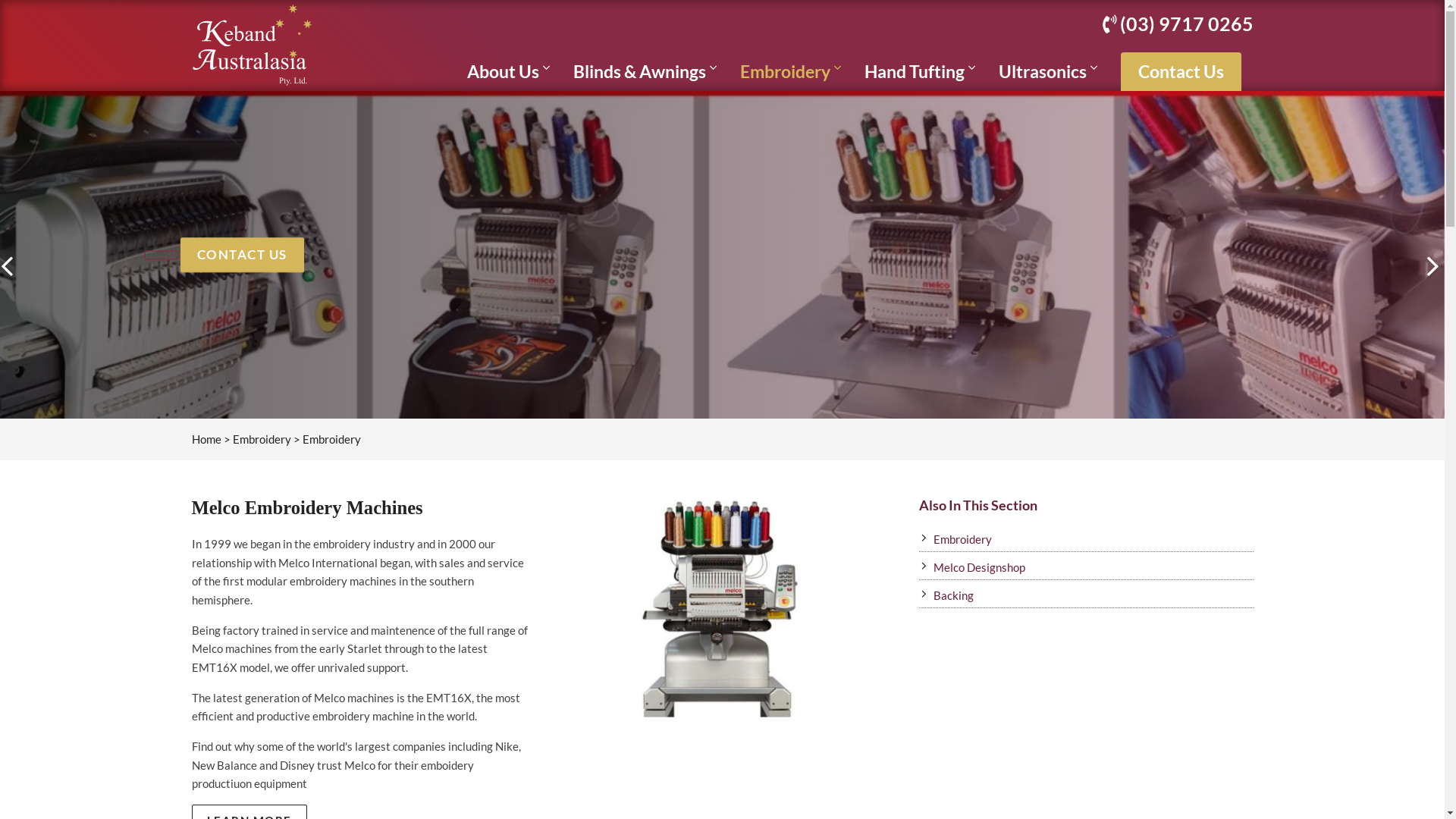 This screenshot has height=819, width=1456. I want to click on 'About Us', so click(508, 71).